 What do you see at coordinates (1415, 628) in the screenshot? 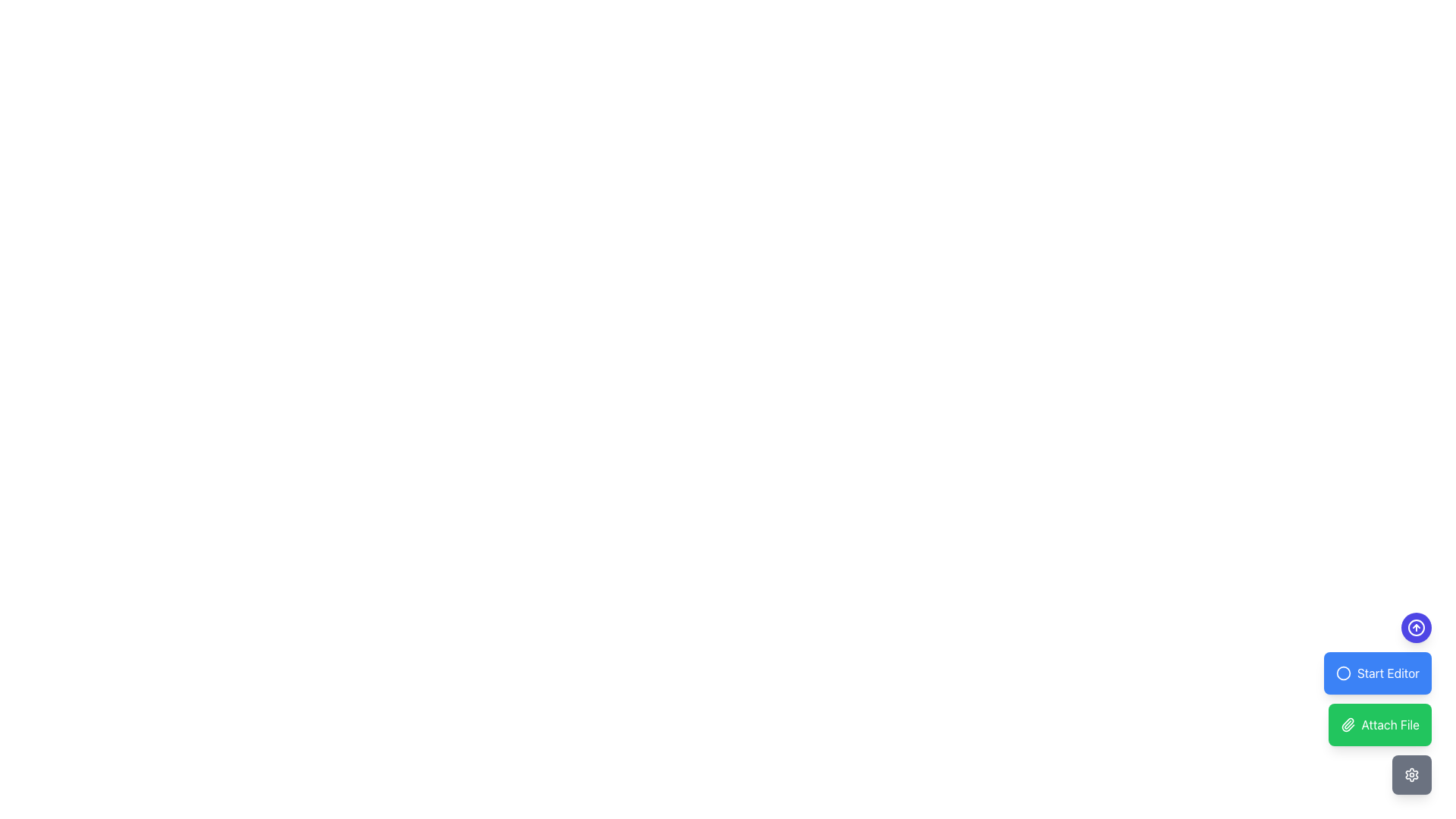
I see `the circular button with a purple background and white upward-pointing arrow` at bounding box center [1415, 628].